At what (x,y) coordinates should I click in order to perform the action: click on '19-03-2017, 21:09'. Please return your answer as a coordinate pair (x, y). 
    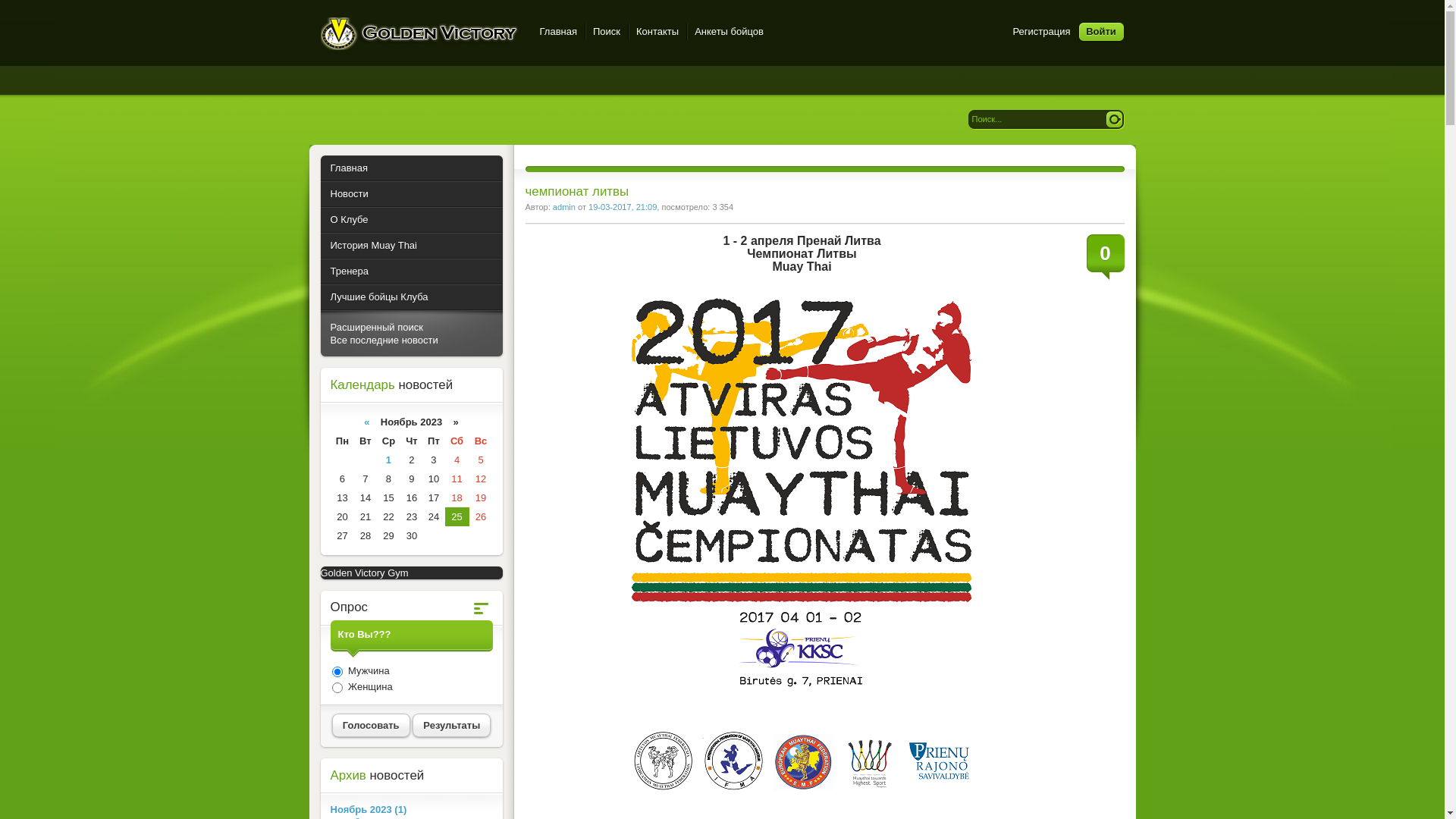
    Looking at the image, I should click on (588, 207).